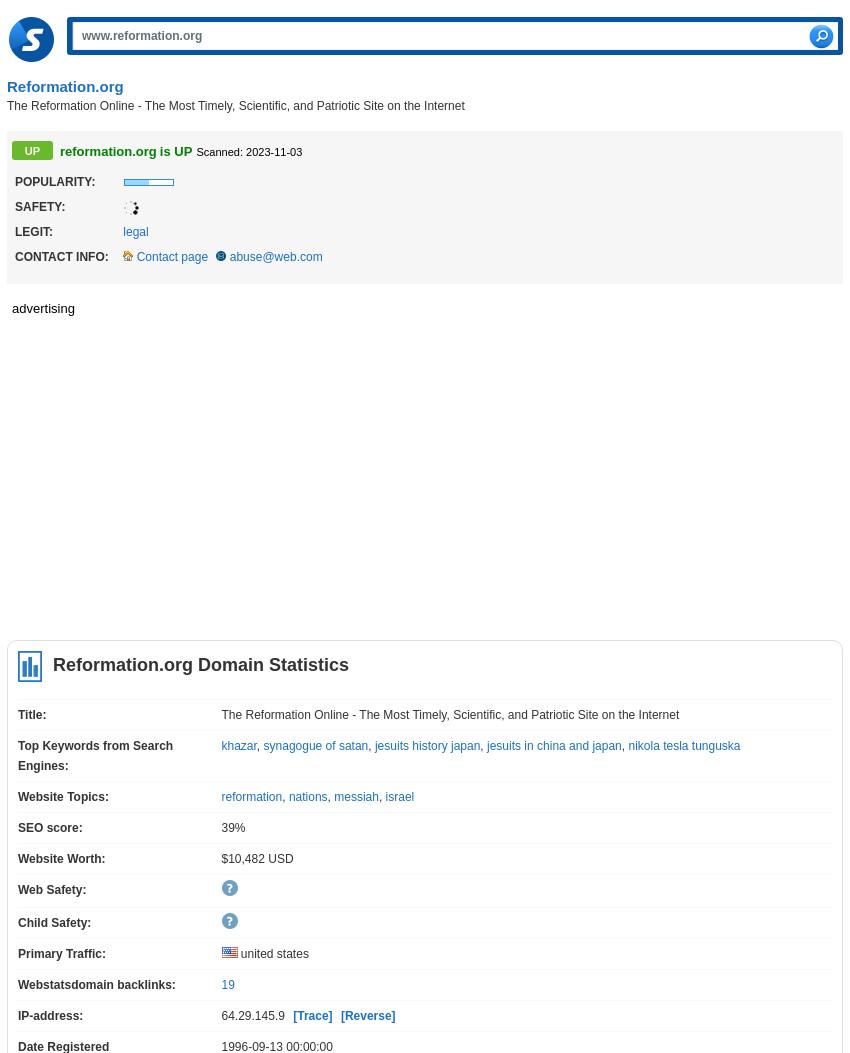 Image resolution: width=850 pixels, height=1053 pixels. What do you see at coordinates (61, 256) in the screenshot?
I see `'Contact info:'` at bounding box center [61, 256].